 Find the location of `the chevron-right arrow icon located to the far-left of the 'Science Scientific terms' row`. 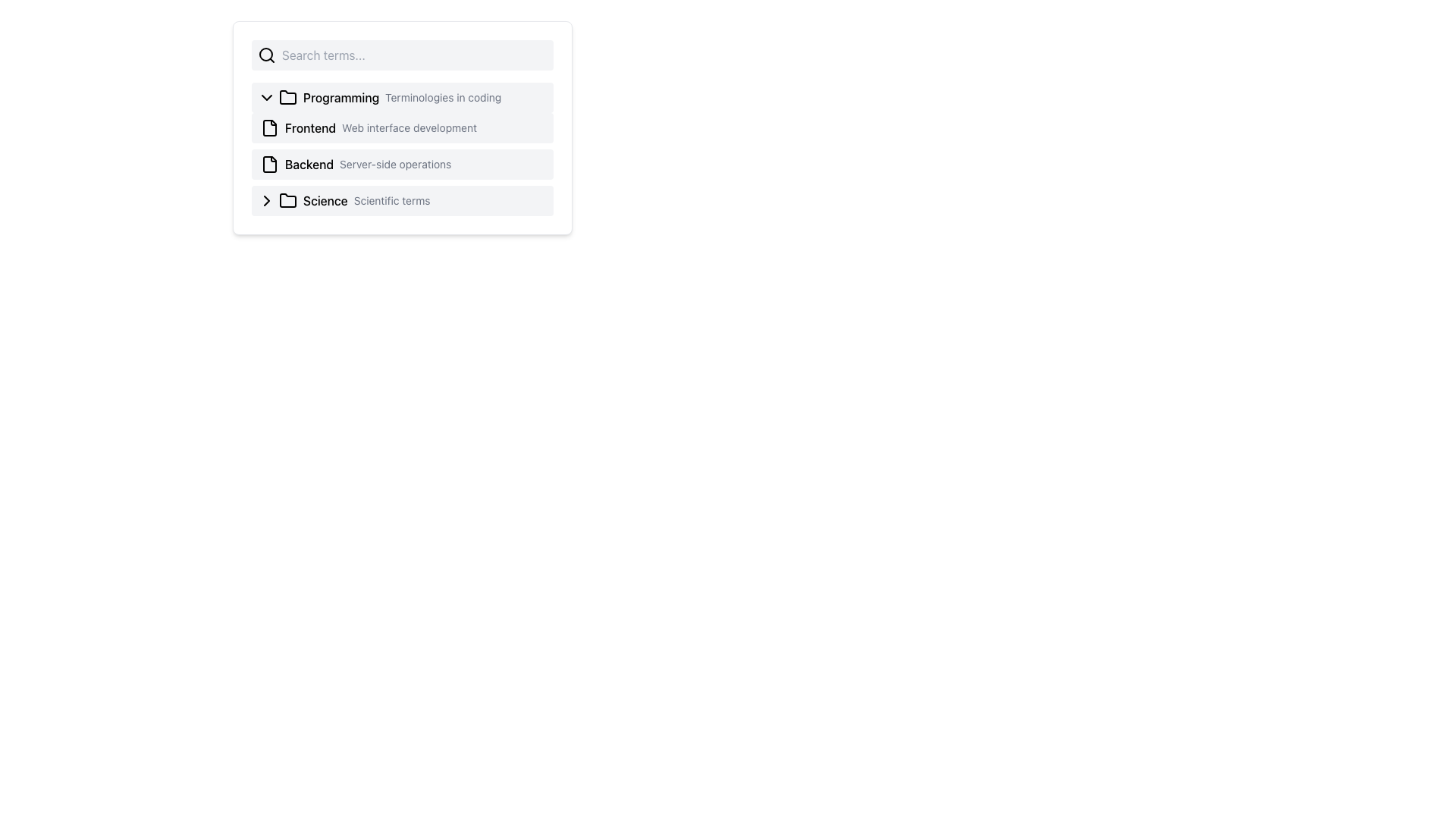

the chevron-right arrow icon located to the far-left of the 'Science Scientific terms' row is located at coordinates (266, 200).